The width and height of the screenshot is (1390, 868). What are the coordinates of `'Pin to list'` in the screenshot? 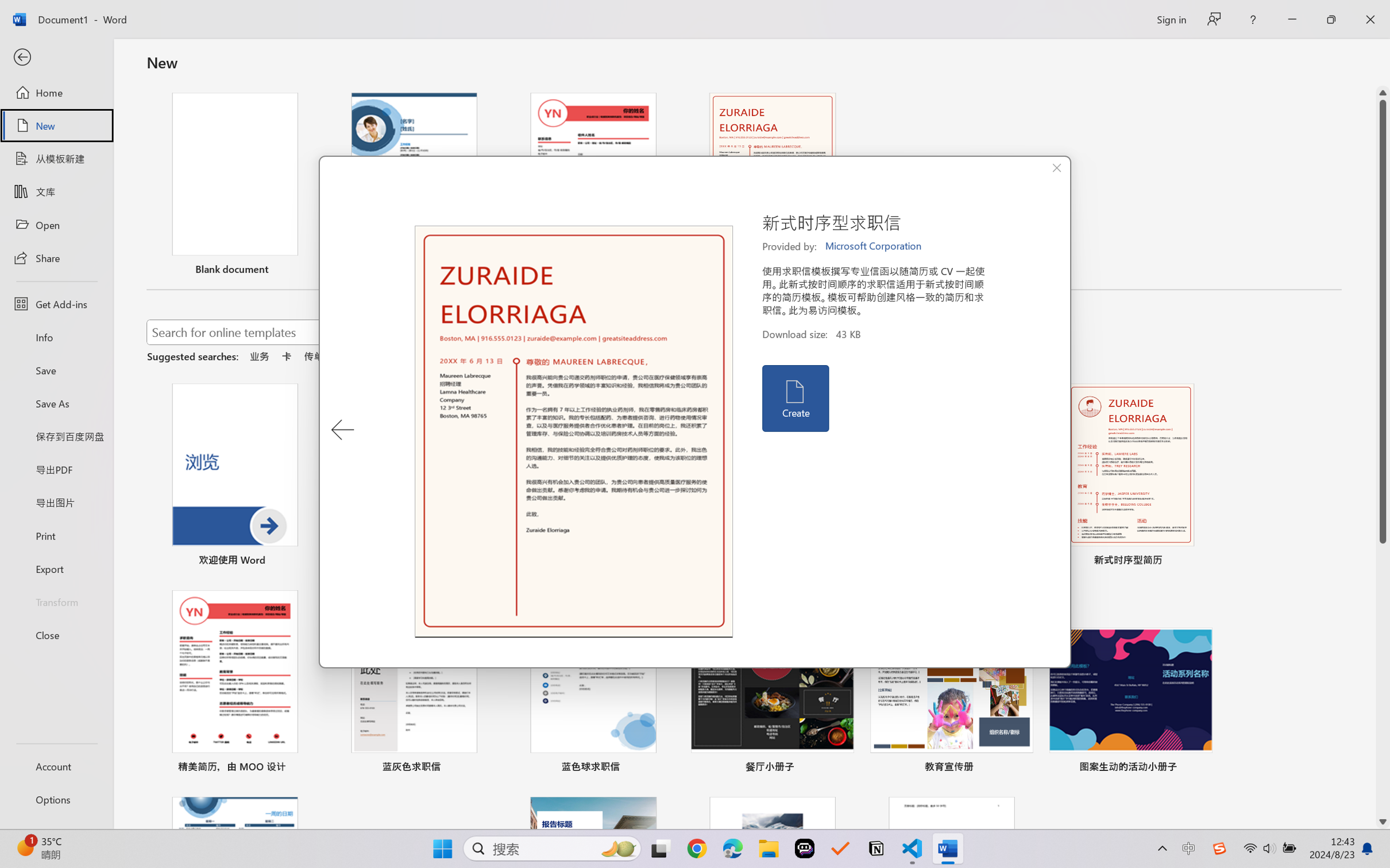 It's located at (1202, 768).